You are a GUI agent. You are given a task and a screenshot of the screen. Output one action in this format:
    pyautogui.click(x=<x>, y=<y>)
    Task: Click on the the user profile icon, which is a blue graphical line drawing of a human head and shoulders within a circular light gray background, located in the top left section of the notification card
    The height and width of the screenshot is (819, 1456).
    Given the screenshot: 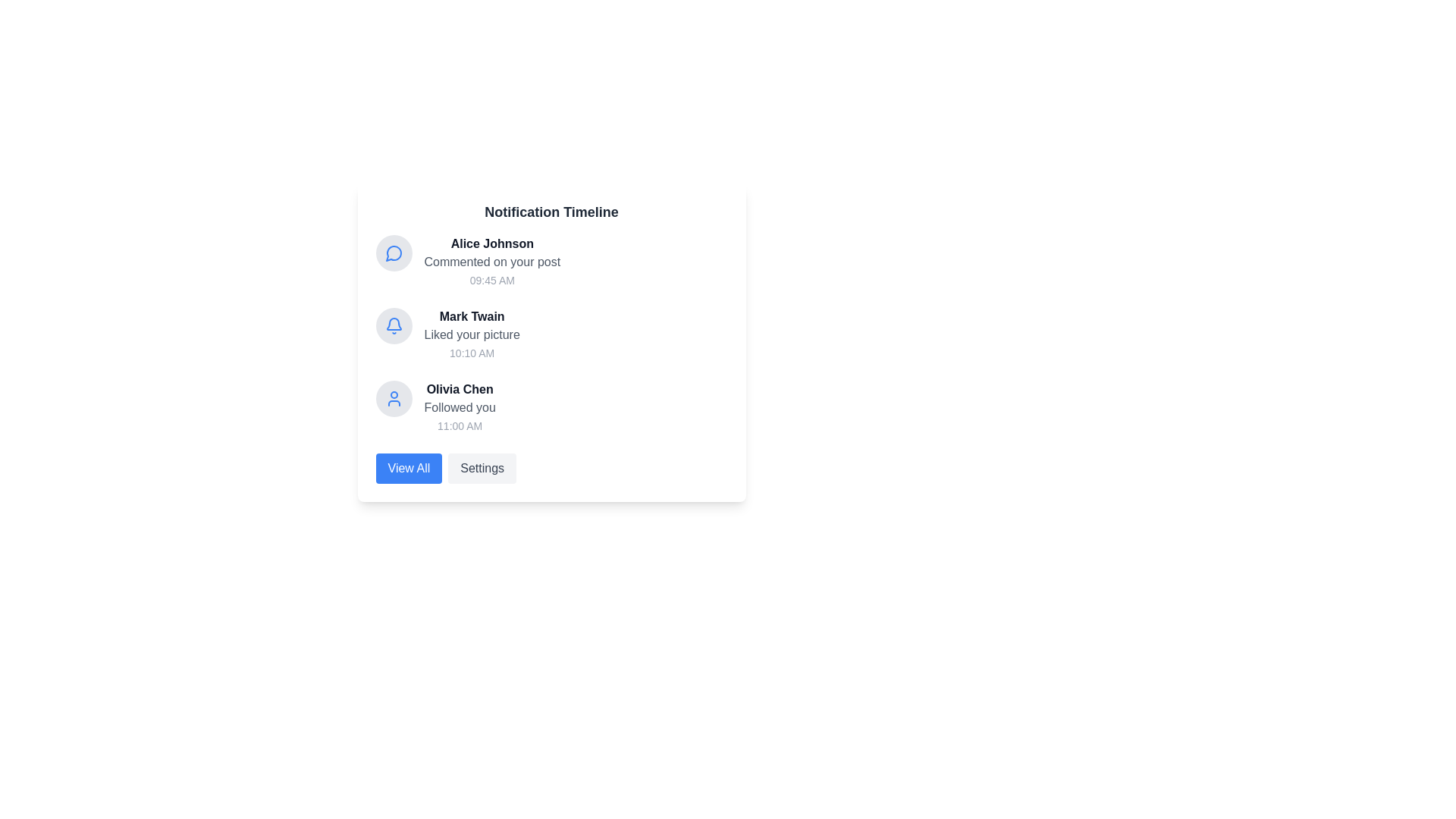 What is the action you would take?
    pyautogui.click(x=394, y=397)
    